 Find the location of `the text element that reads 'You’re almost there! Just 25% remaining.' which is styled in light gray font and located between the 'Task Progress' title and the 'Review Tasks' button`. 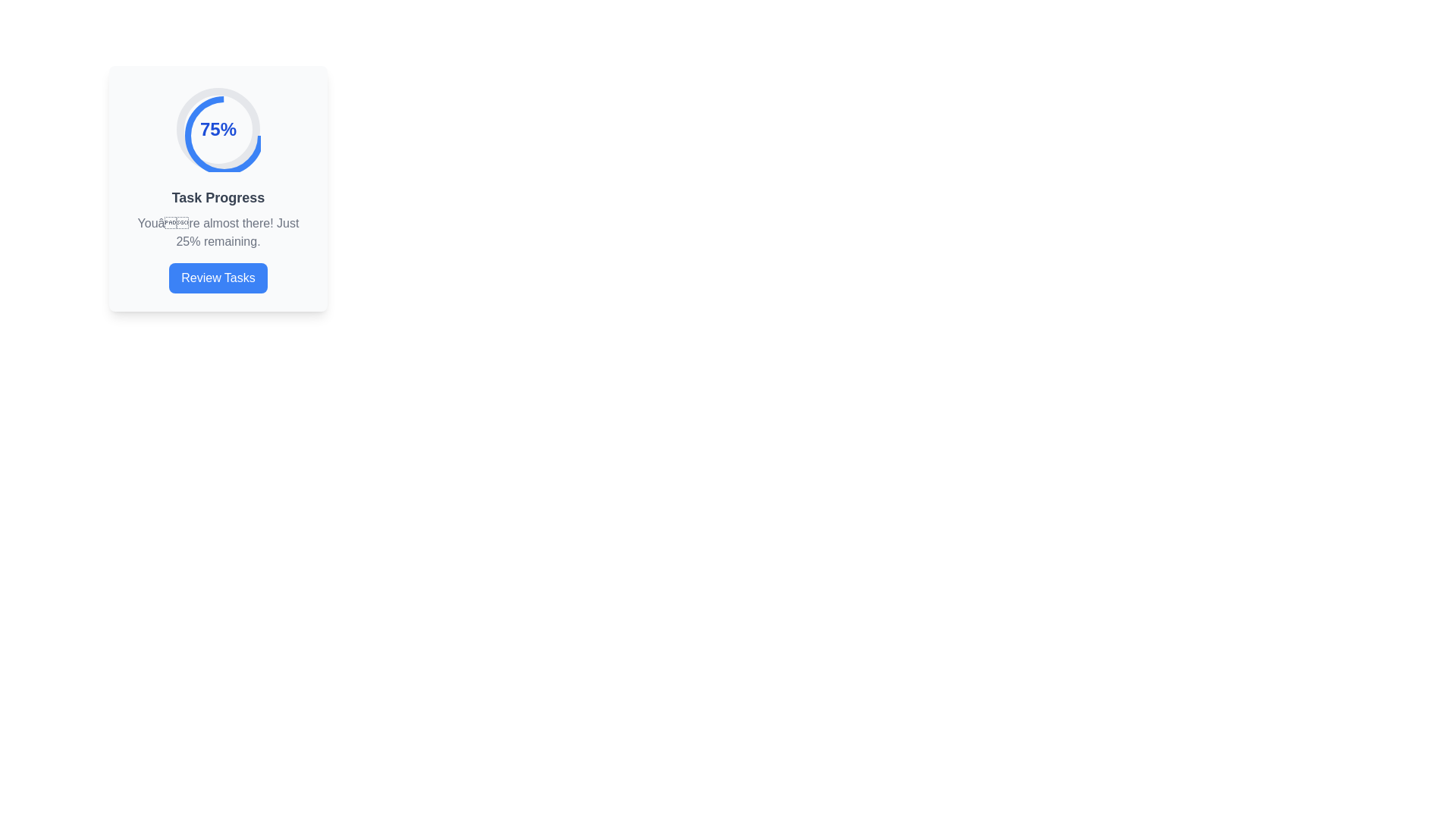

the text element that reads 'You’re almost there! Just 25% remaining.' which is styled in light gray font and located between the 'Task Progress' title and the 'Review Tasks' button is located at coordinates (218, 233).